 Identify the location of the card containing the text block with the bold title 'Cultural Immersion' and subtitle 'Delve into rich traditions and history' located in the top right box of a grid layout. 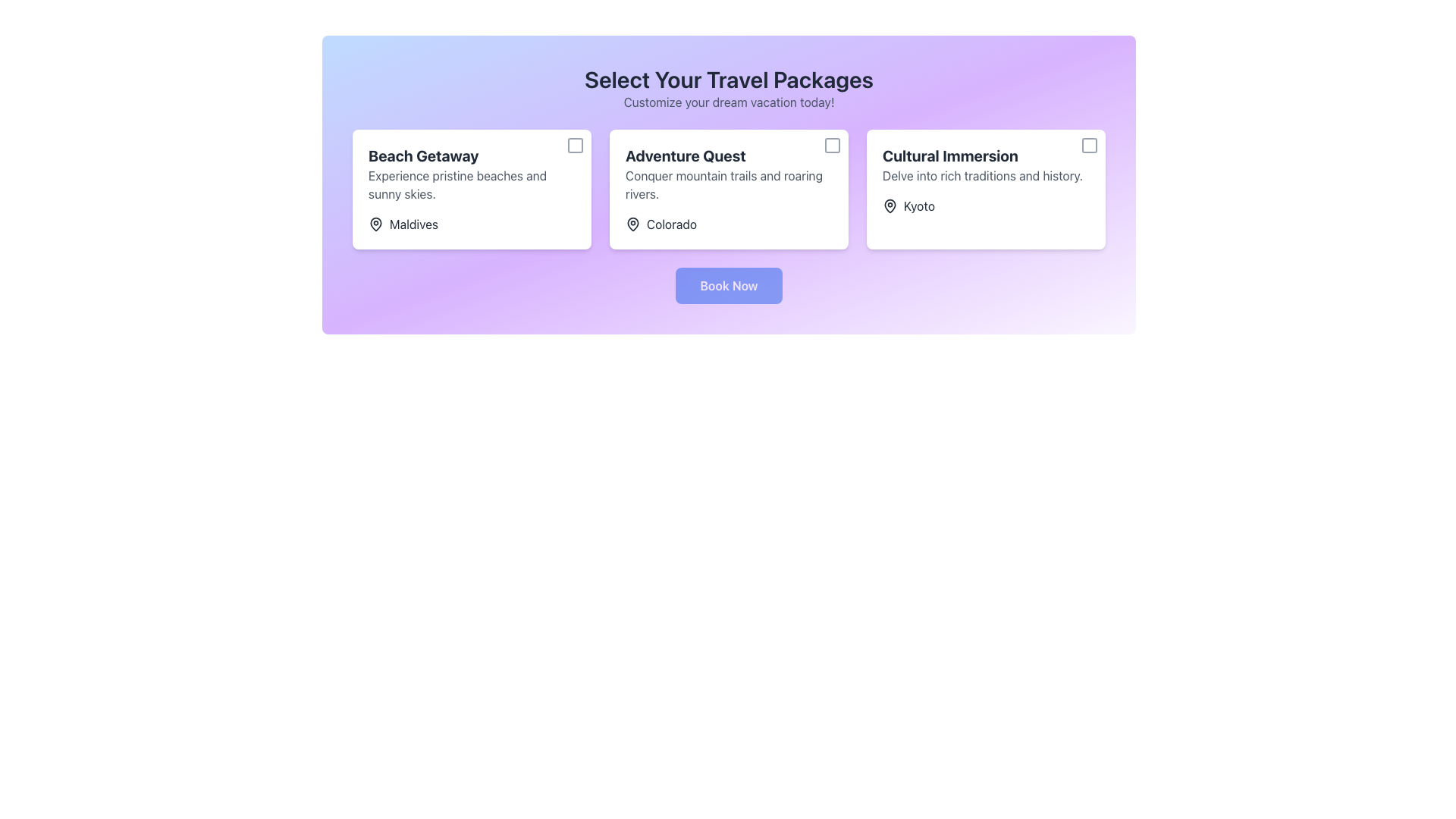
(986, 165).